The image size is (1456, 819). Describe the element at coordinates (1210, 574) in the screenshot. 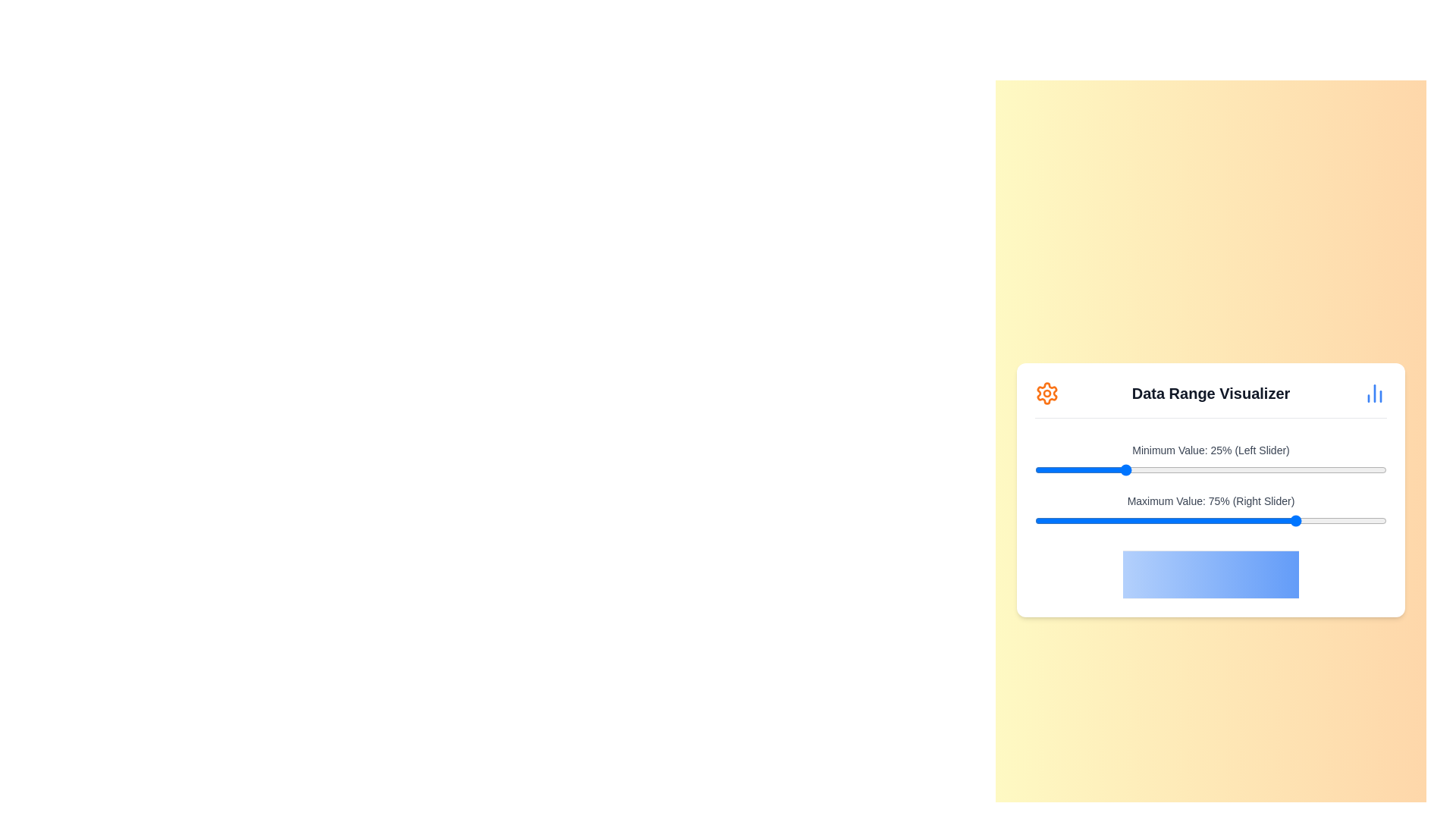

I see `the visual representation bar, which is a horizontal bar with rounded edges and a gradient fill, located below the Minimum Value and Maximum Value sliders` at that location.